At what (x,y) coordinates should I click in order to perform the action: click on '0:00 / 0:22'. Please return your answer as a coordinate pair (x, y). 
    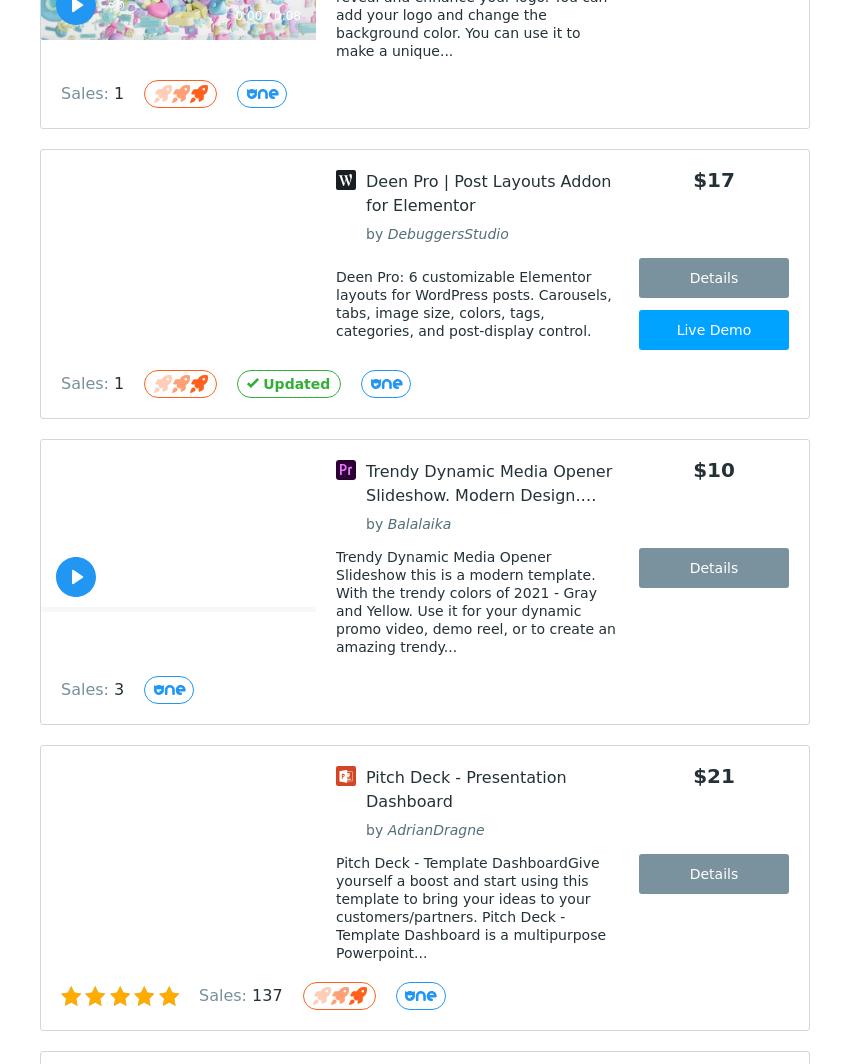
    Looking at the image, I should click on (235, 587).